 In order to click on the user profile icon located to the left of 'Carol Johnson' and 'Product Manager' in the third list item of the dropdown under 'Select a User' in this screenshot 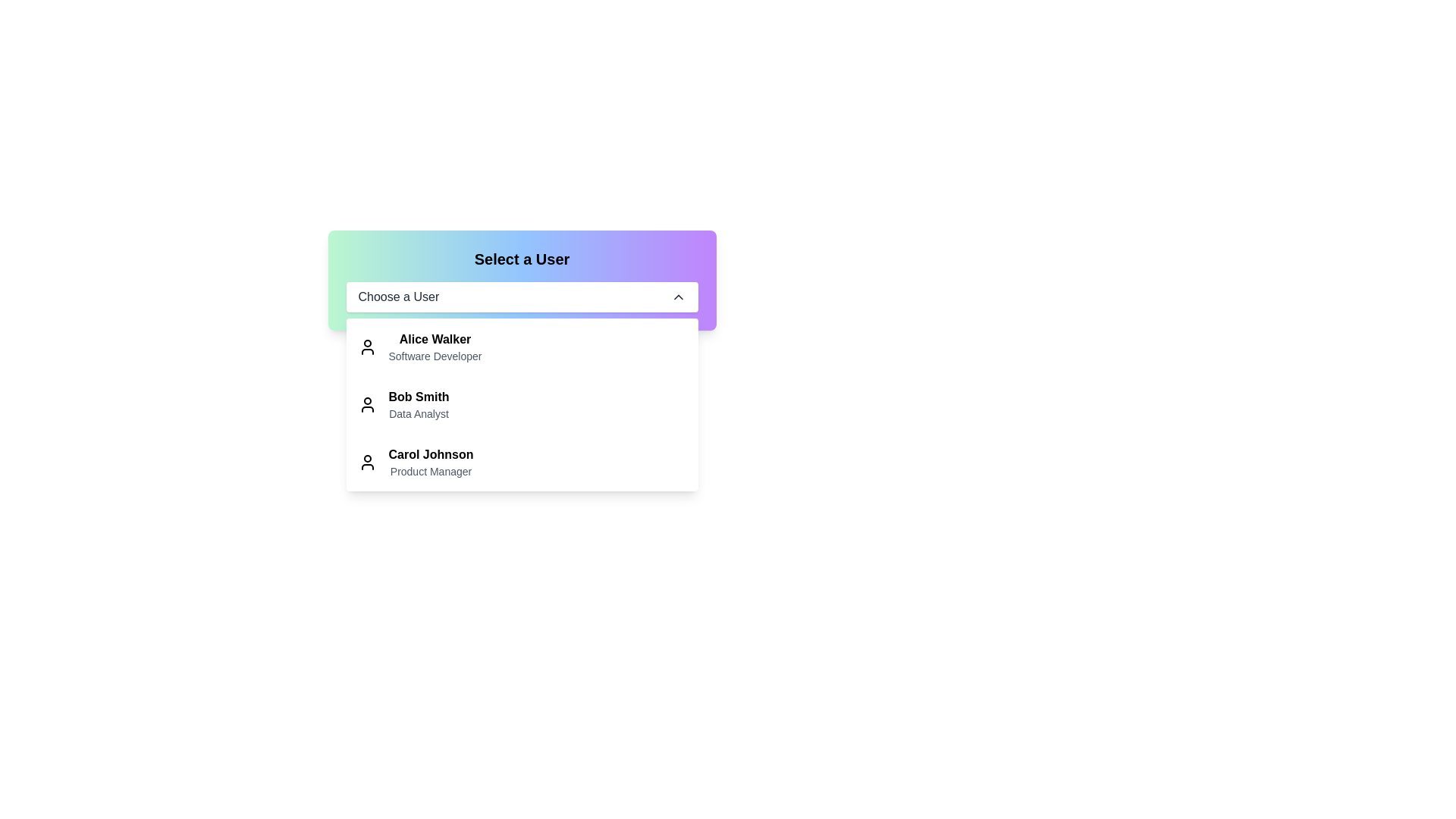, I will do `click(367, 461)`.